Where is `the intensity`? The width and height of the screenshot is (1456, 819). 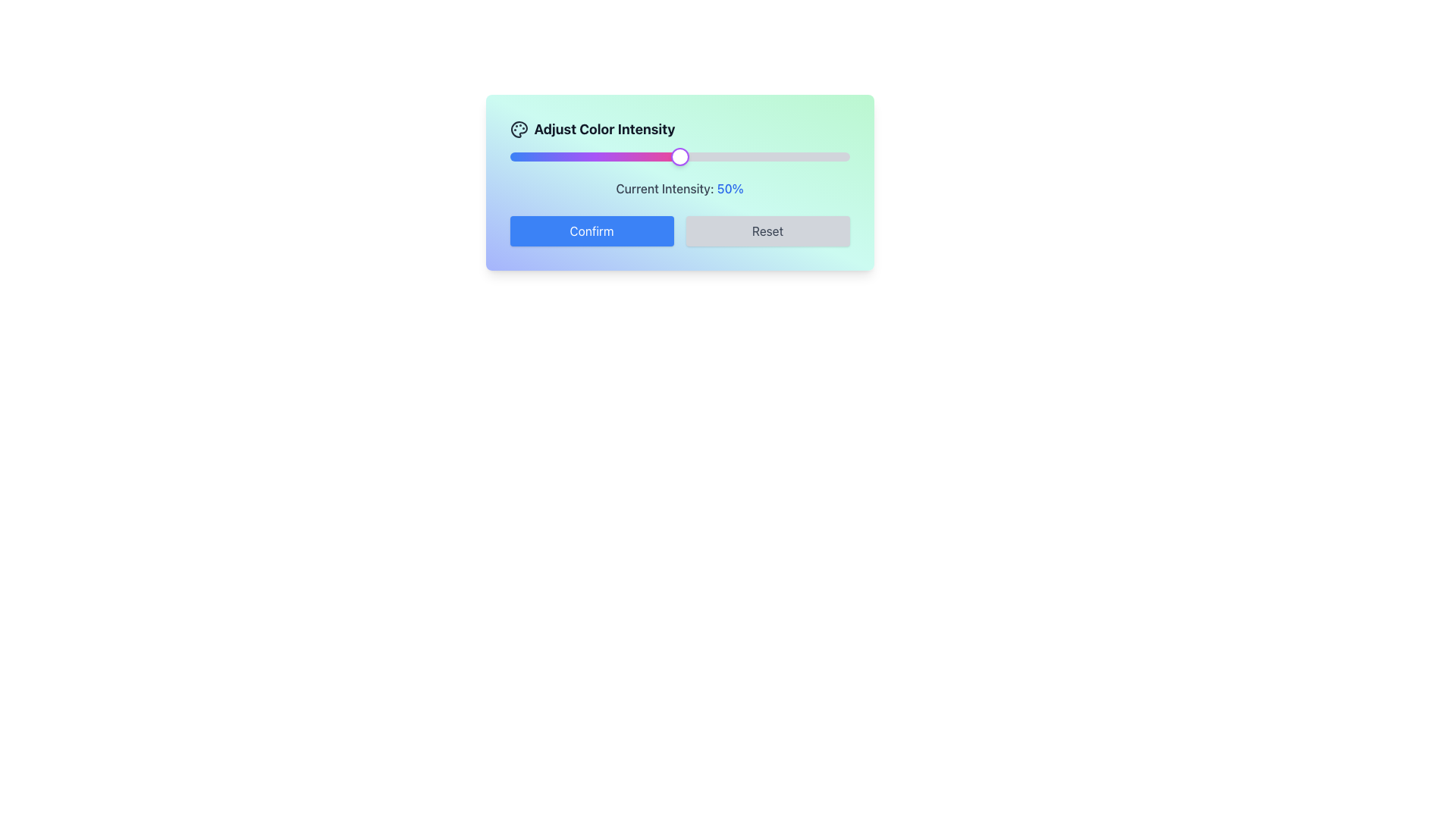
the intensity is located at coordinates (670, 157).